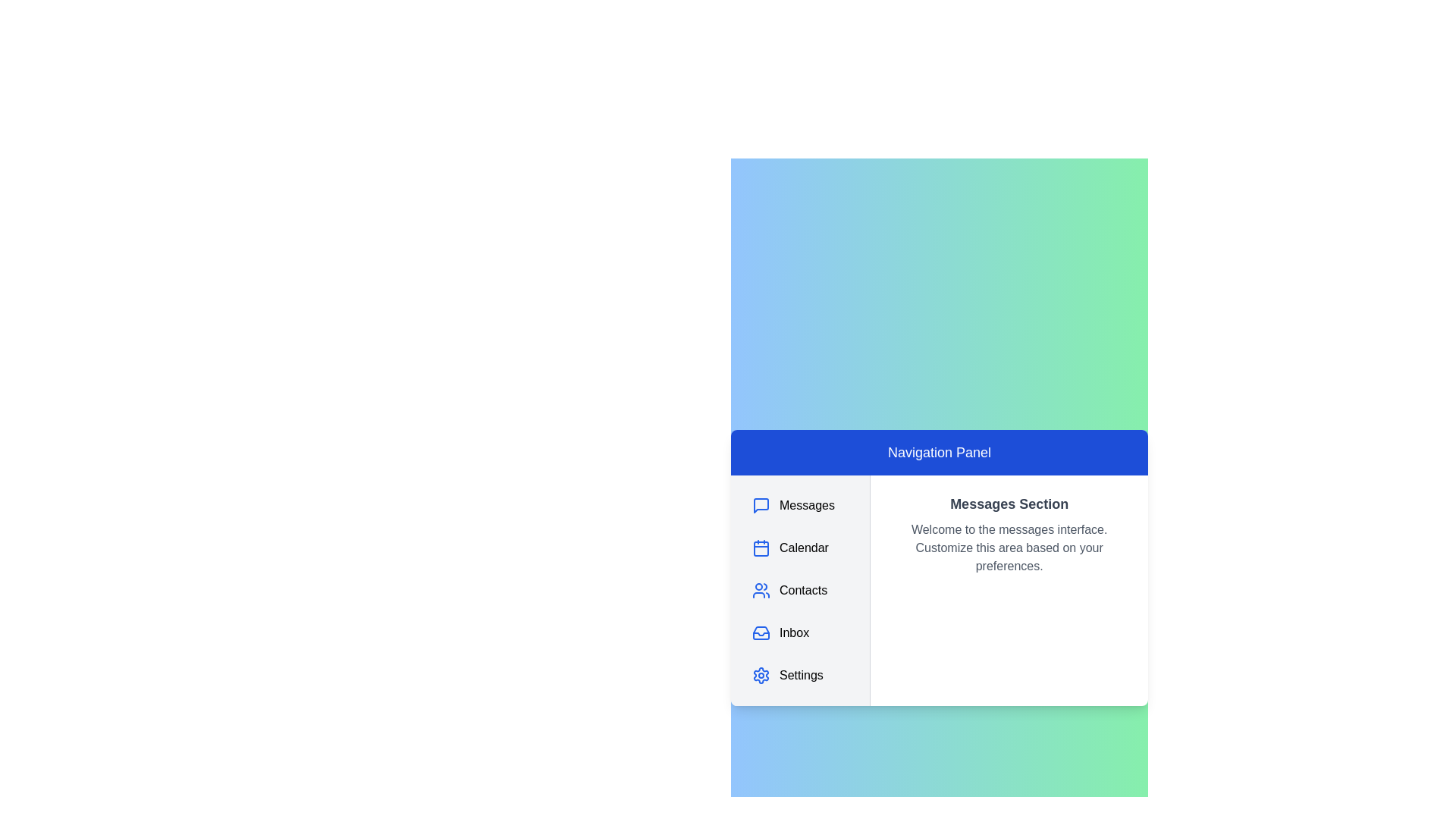  Describe the element at coordinates (761, 675) in the screenshot. I see `the Settings section by clicking its icon in the navigation panel` at that location.